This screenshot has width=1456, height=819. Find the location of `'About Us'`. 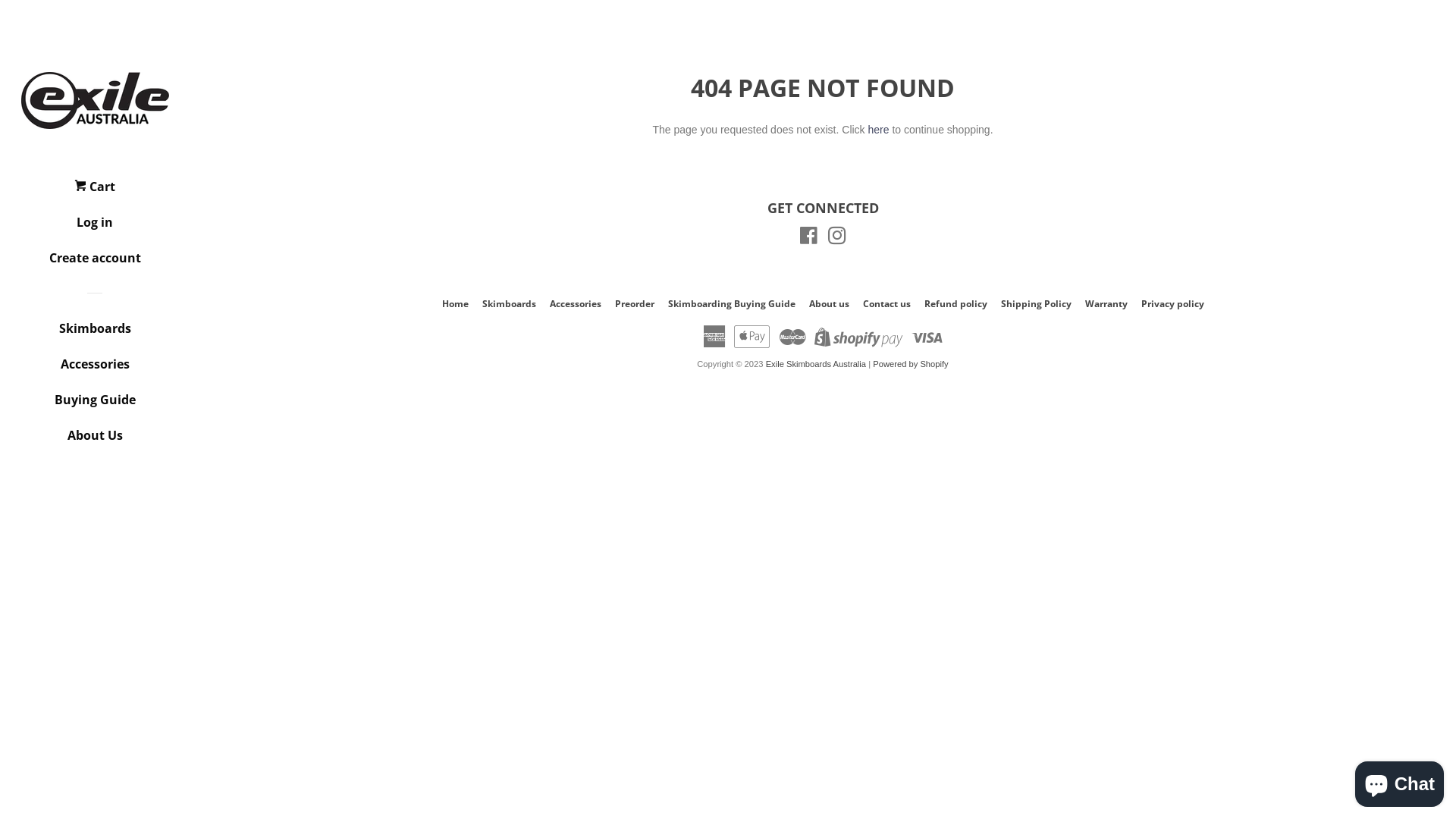

'About Us' is located at coordinates (33, 441).